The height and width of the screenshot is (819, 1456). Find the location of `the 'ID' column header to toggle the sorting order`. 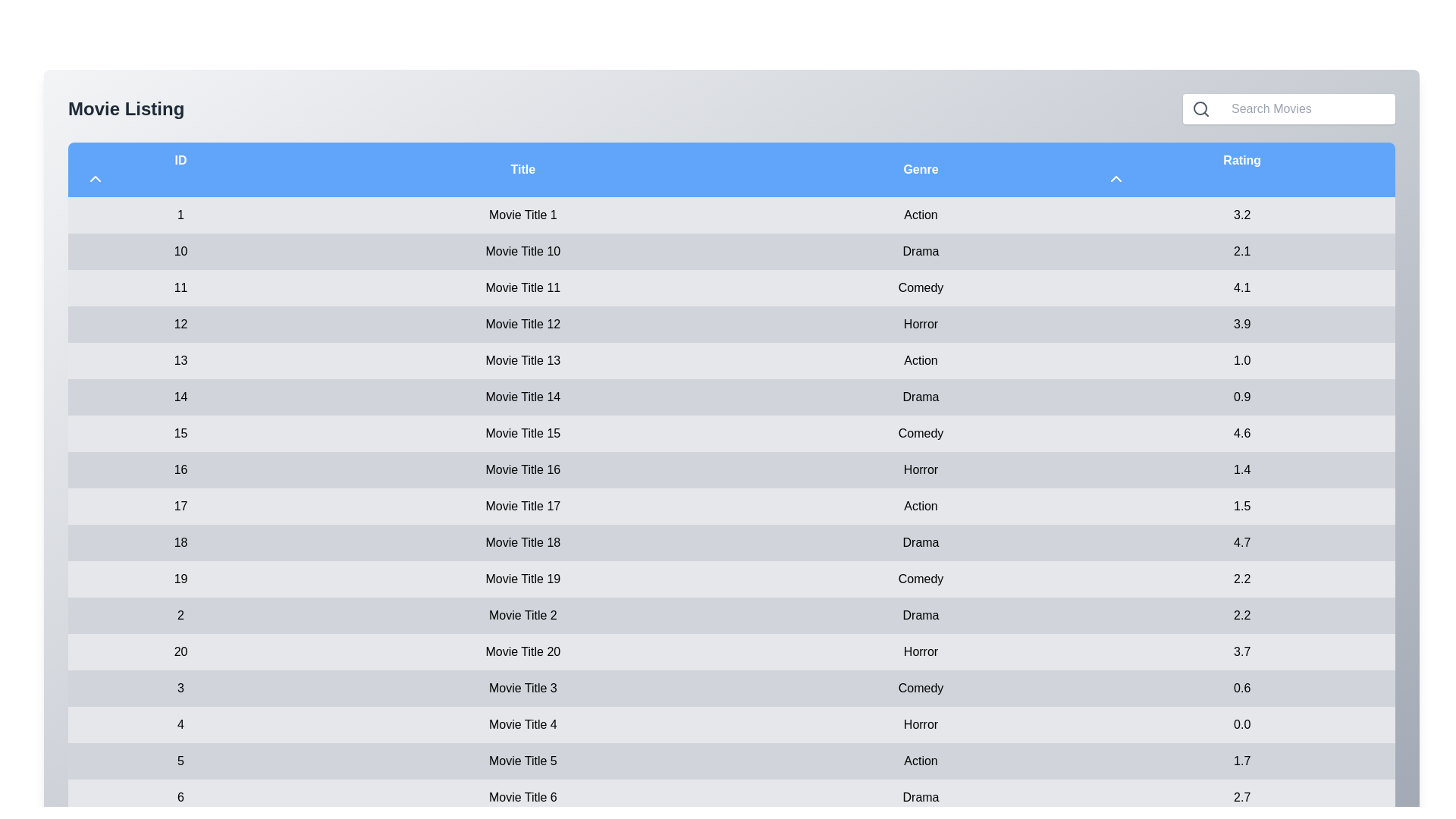

the 'ID' column header to toggle the sorting order is located at coordinates (94, 177).